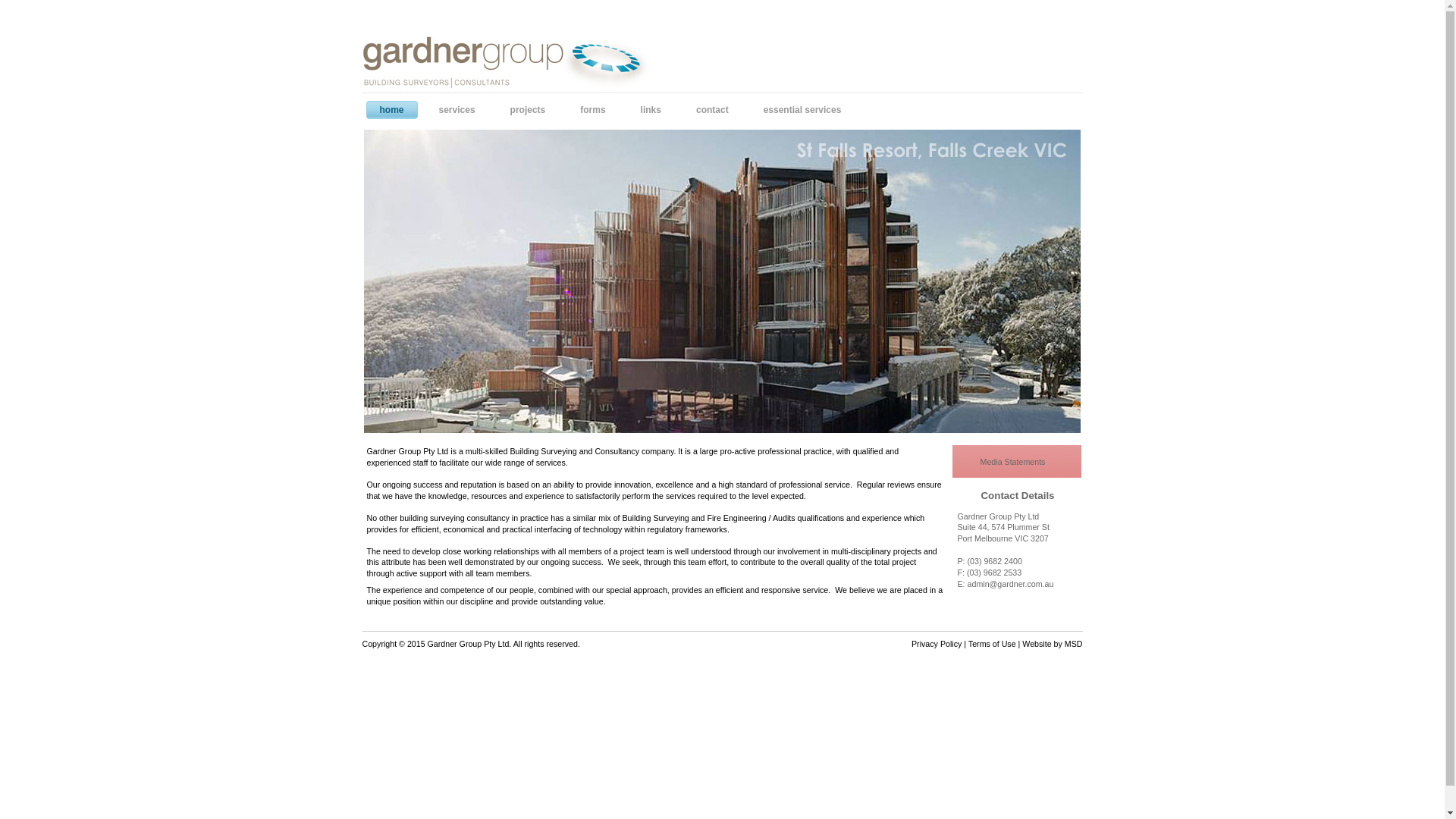 Image resolution: width=1456 pixels, height=819 pixels. What do you see at coordinates (460, 110) in the screenshot?
I see `'services'` at bounding box center [460, 110].